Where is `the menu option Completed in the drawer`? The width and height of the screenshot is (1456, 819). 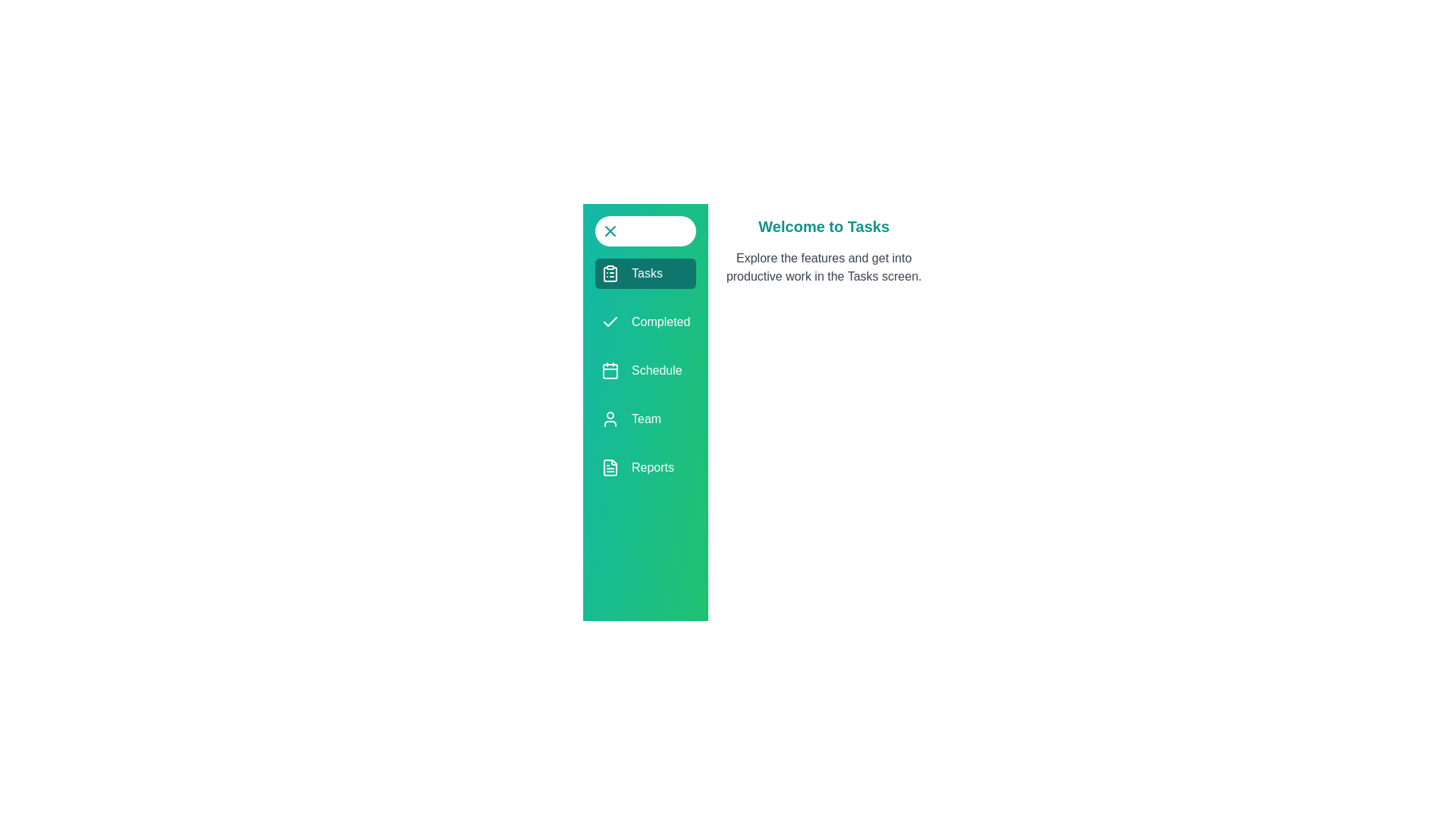
the menu option Completed in the drawer is located at coordinates (645, 321).